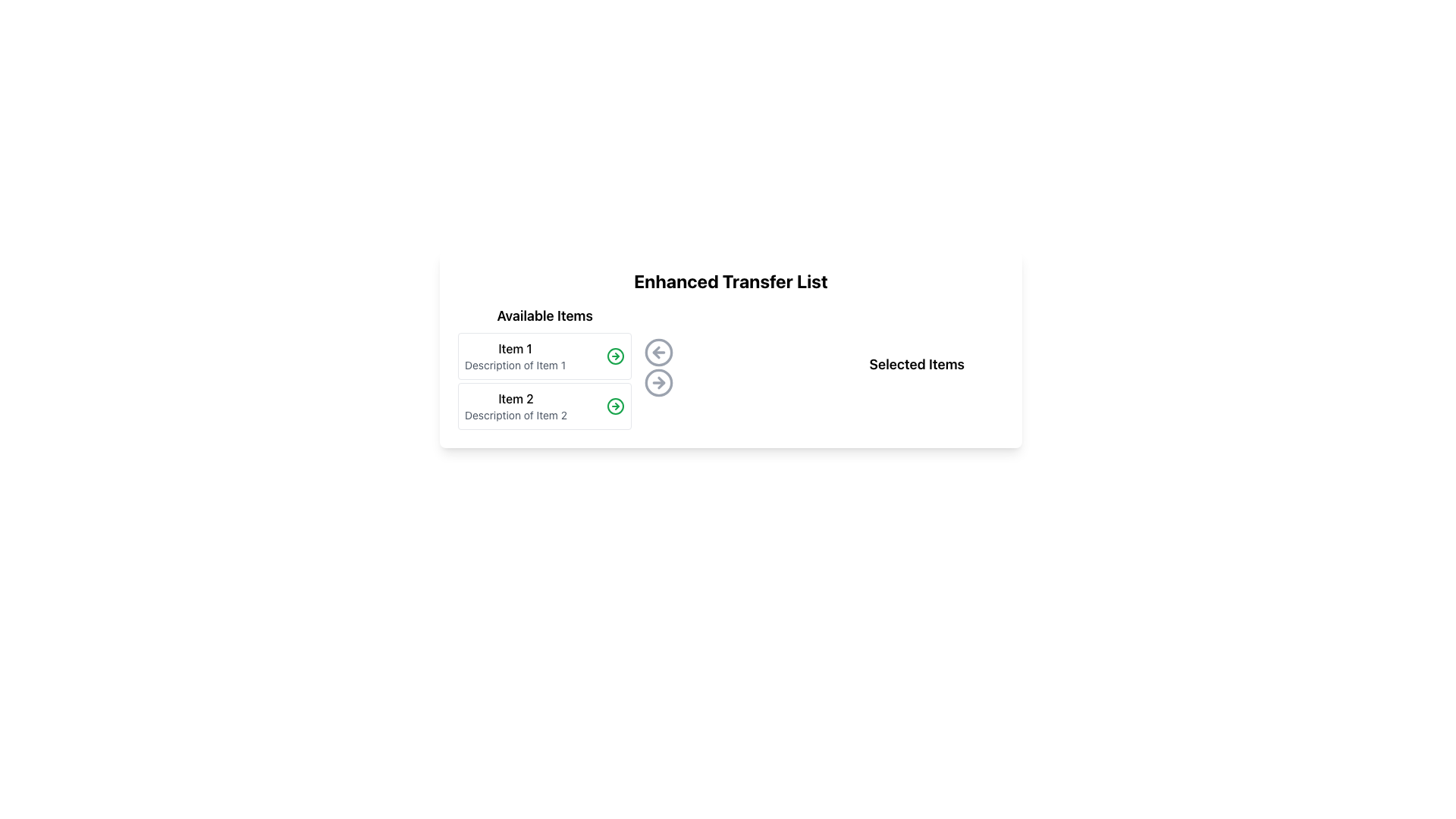 Image resolution: width=1456 pixels, height=819 pixels. I want to click on the text block labeled 'Item 1' in the 'Available Items' section, so click(515, 356).